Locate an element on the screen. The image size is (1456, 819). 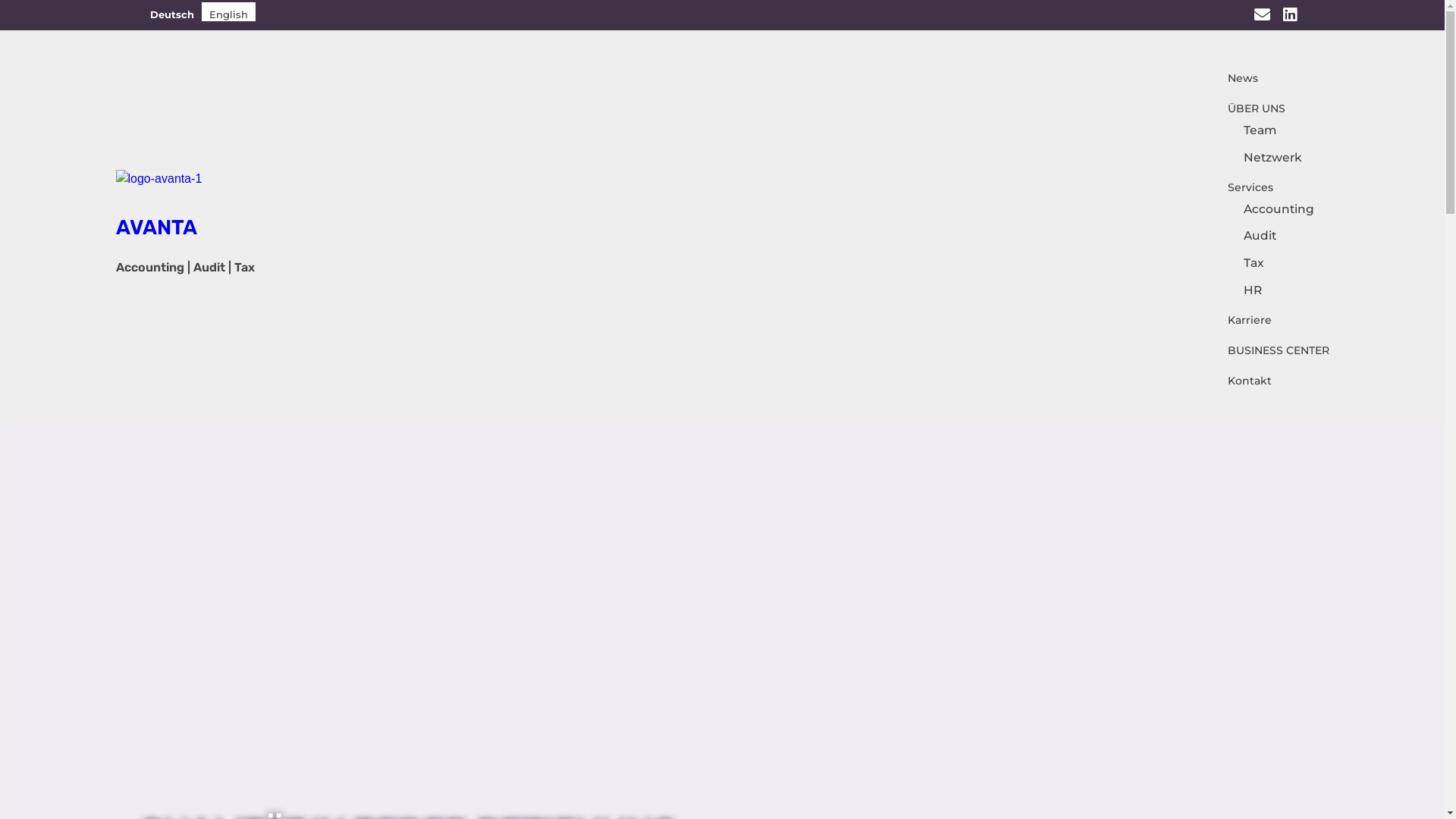
'Deutsch' is located at coordinates (142, 11).